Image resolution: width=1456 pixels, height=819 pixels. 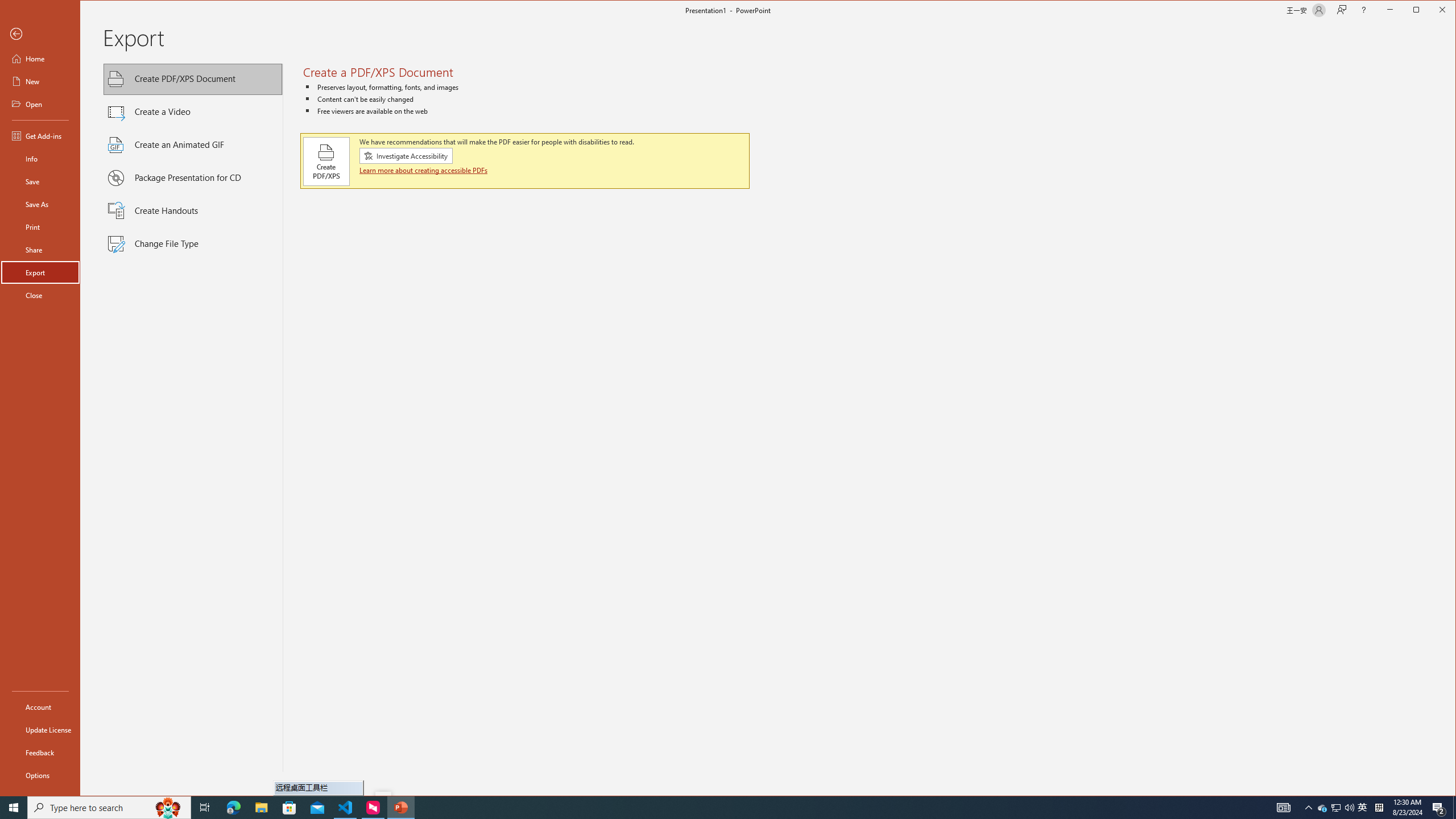 I want to click on 'Get Add-ins', so click(x=39, y=135).